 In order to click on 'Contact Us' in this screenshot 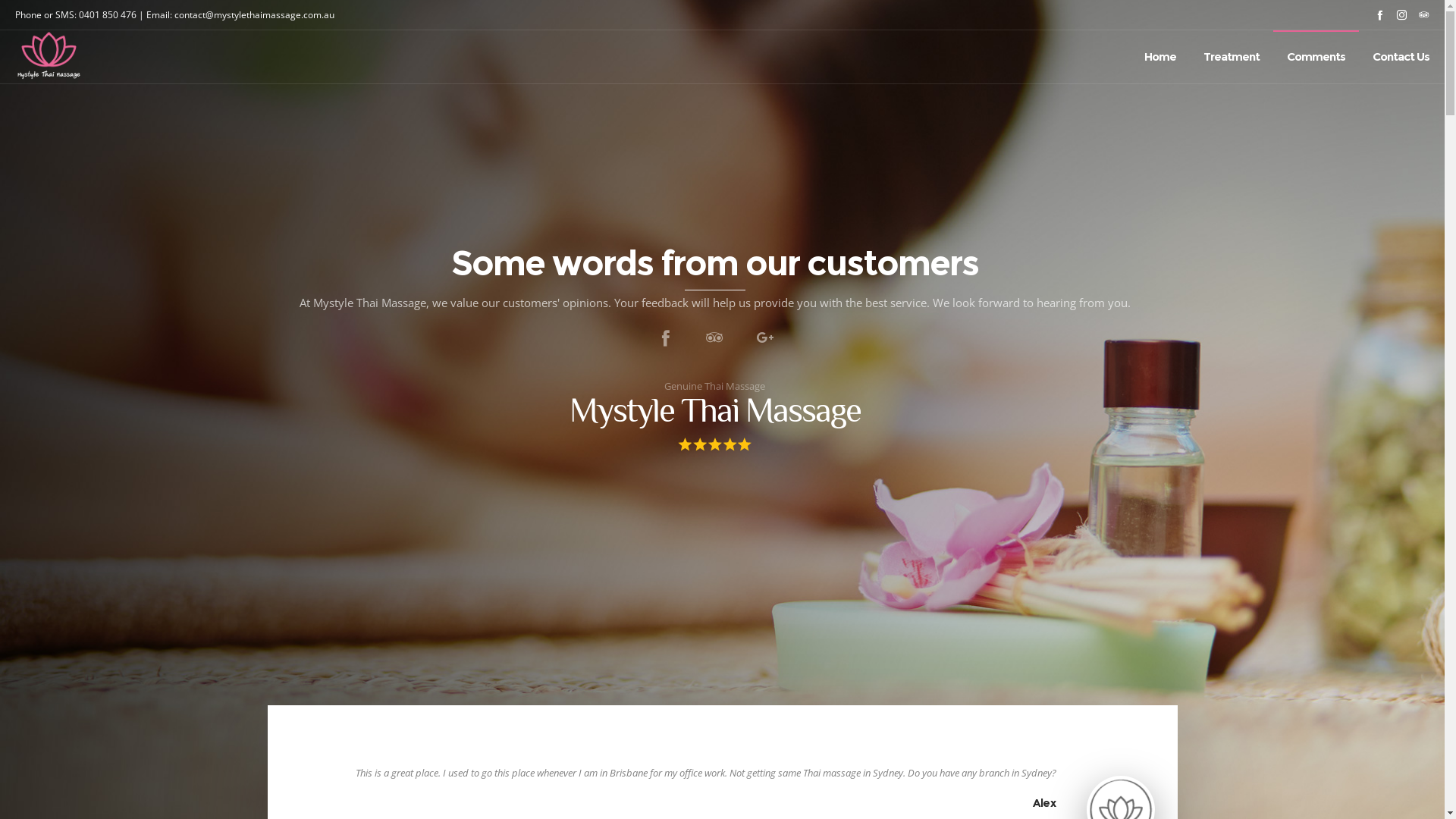, I will do `click(1400, 55)`.